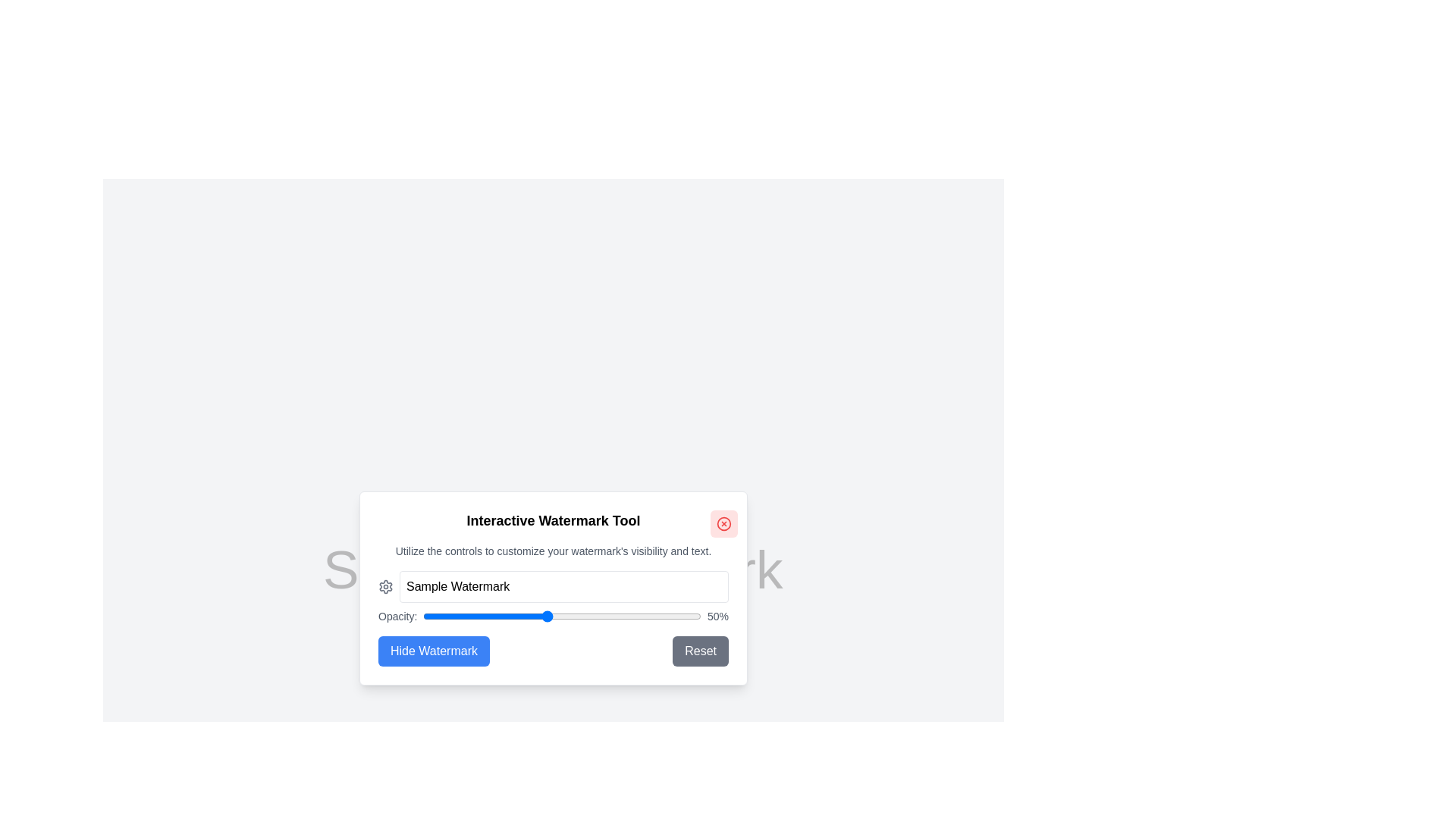 The width and height of the screenshot is (1456, 819). What do you see at coordinates (450, 617) in the screenshot?
I see `the opacity` at bounding box center [450, 617].